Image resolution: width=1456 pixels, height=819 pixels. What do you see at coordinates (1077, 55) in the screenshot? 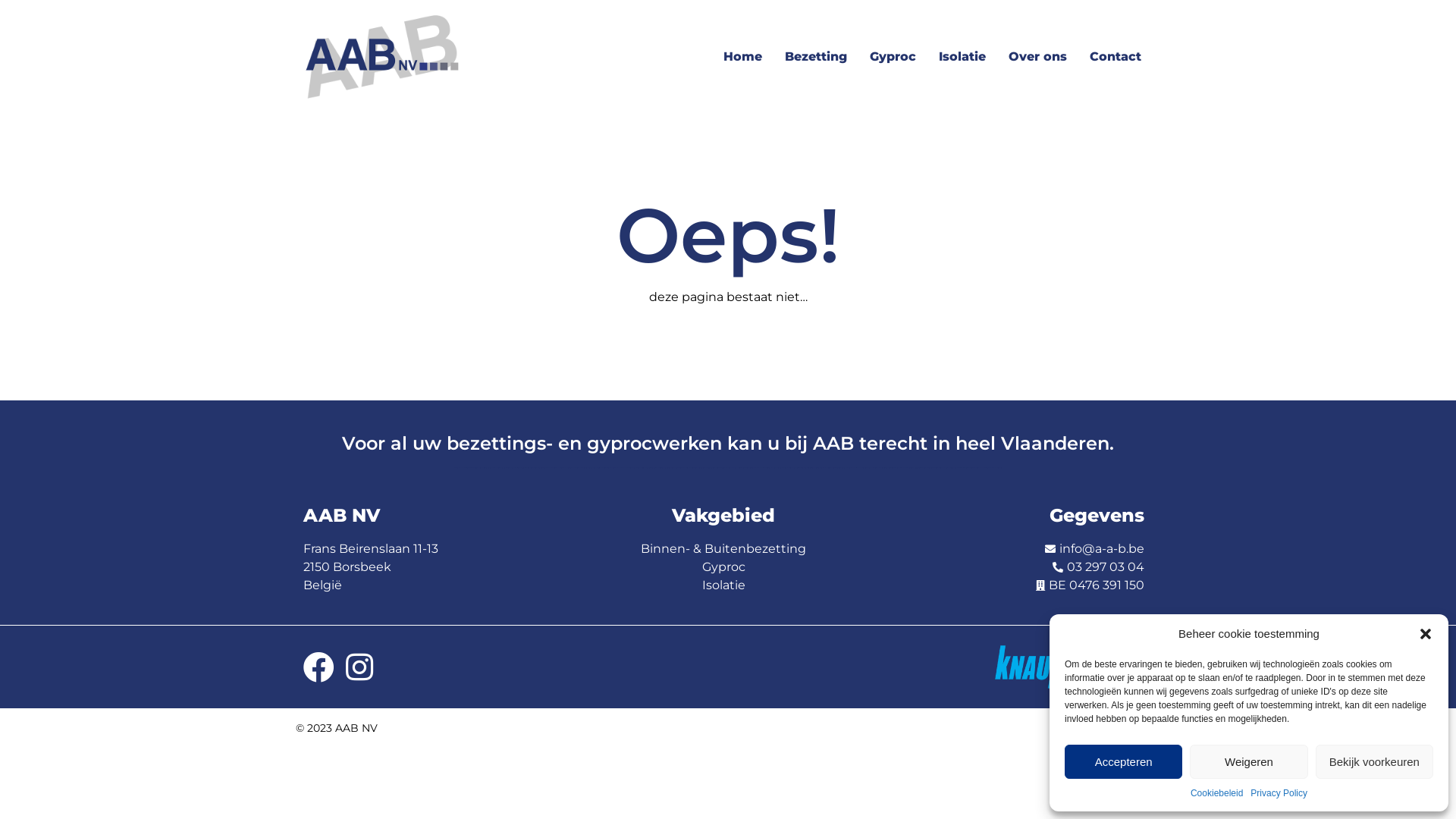
I see `'Contact'` at bounding box center [1077, 55].